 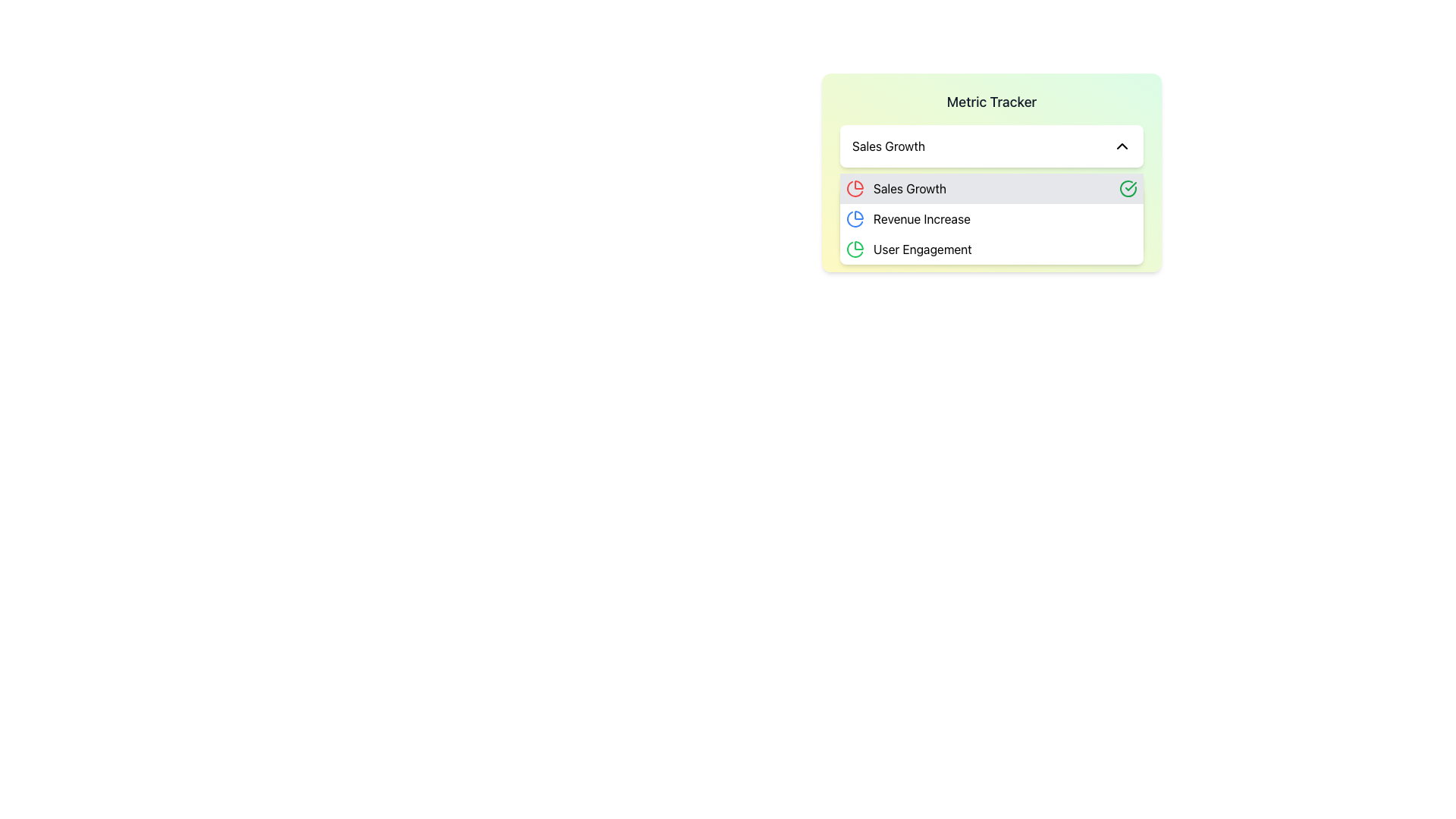 What do you see at coordinates (909, 188) in the screenshot?
I see `the 'Sales Growth' text label, which serves to identify this metric within a list of selectable metrics` at bounding box center [909, 188].